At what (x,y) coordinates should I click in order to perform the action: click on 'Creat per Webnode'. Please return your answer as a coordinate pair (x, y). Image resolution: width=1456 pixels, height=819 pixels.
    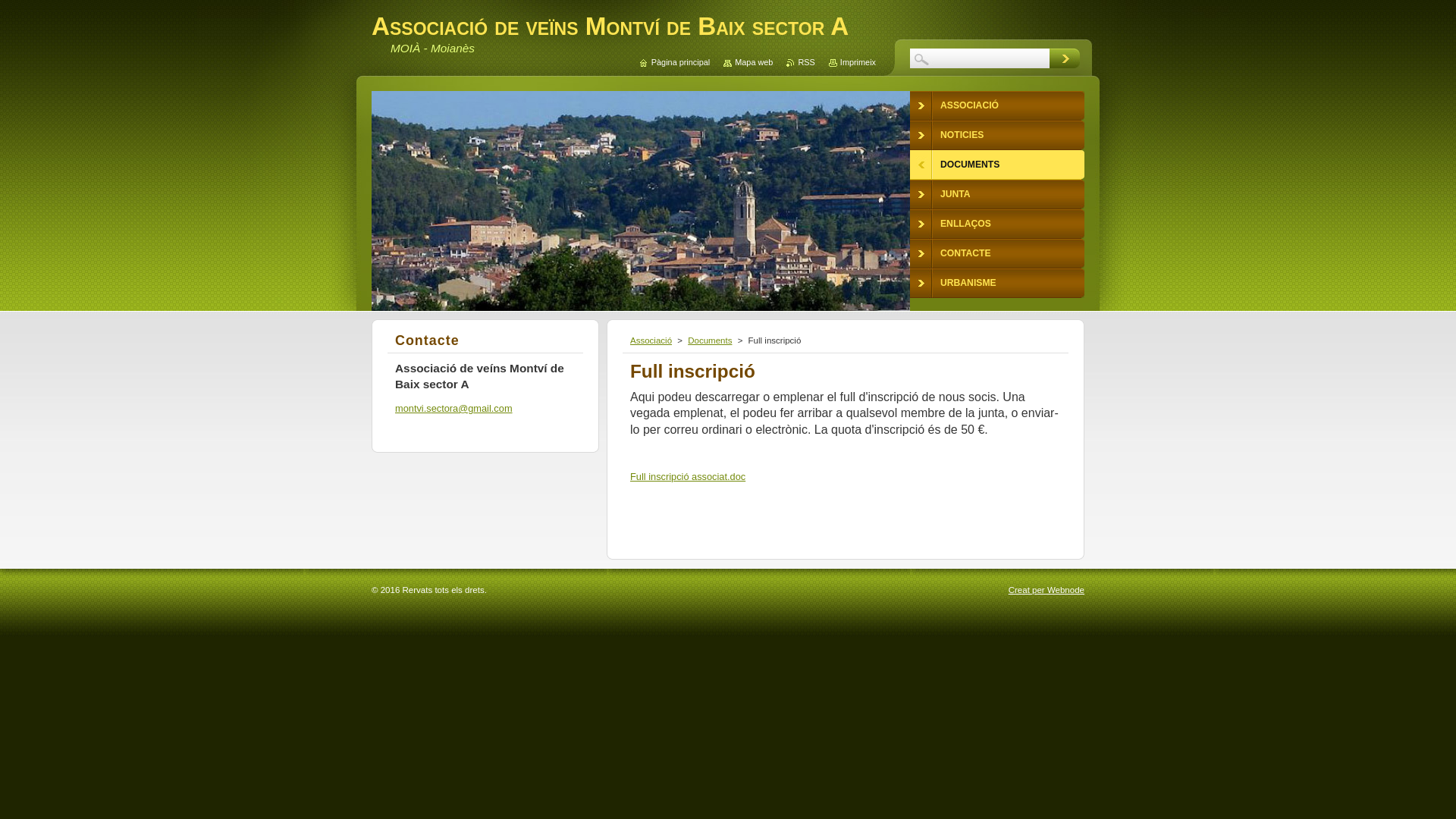
    Looking at the image, I should click on (1046, 589).